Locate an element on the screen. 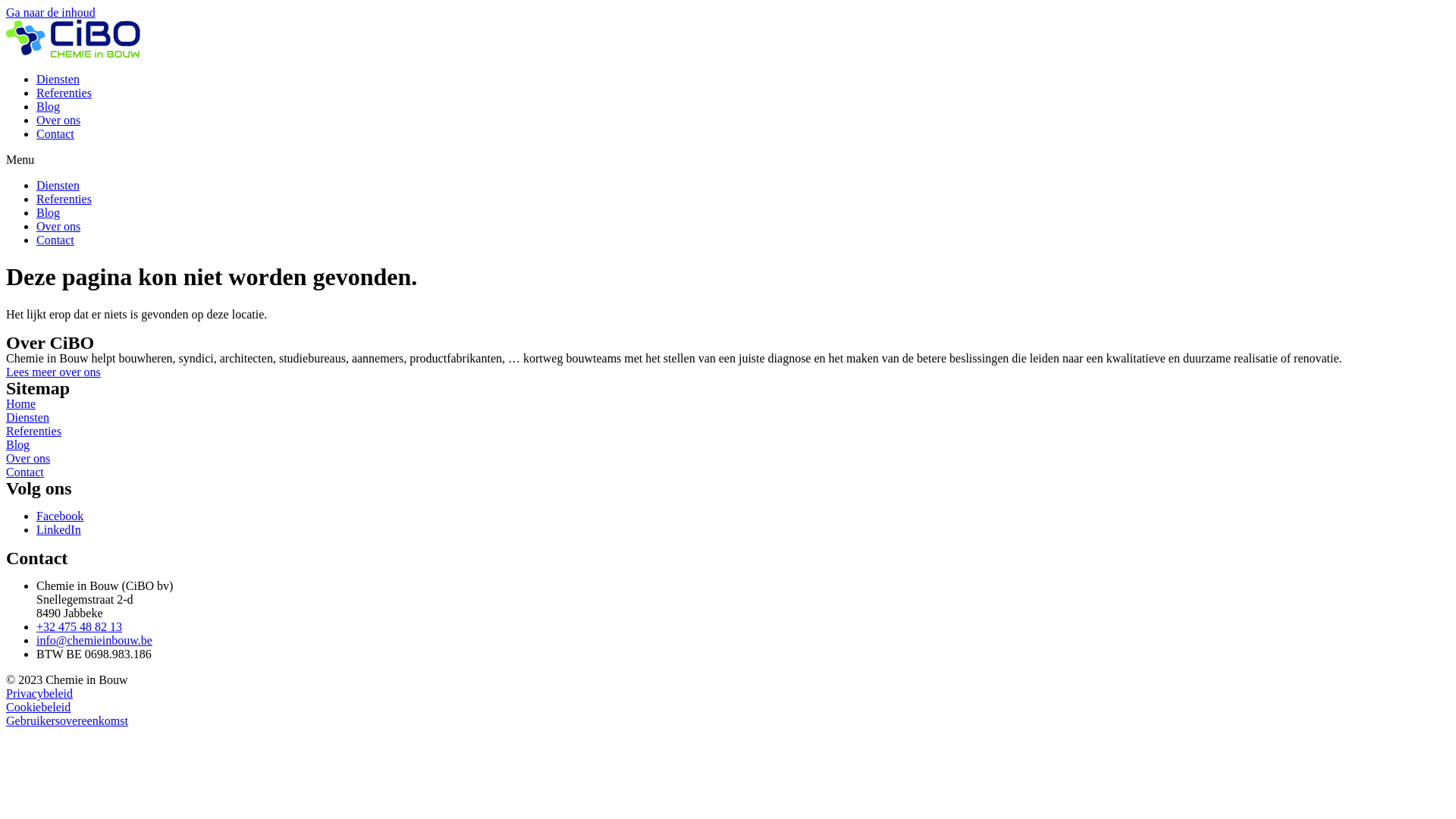  'info@chemieinbouw.be' is located at coordinates (93, 640).